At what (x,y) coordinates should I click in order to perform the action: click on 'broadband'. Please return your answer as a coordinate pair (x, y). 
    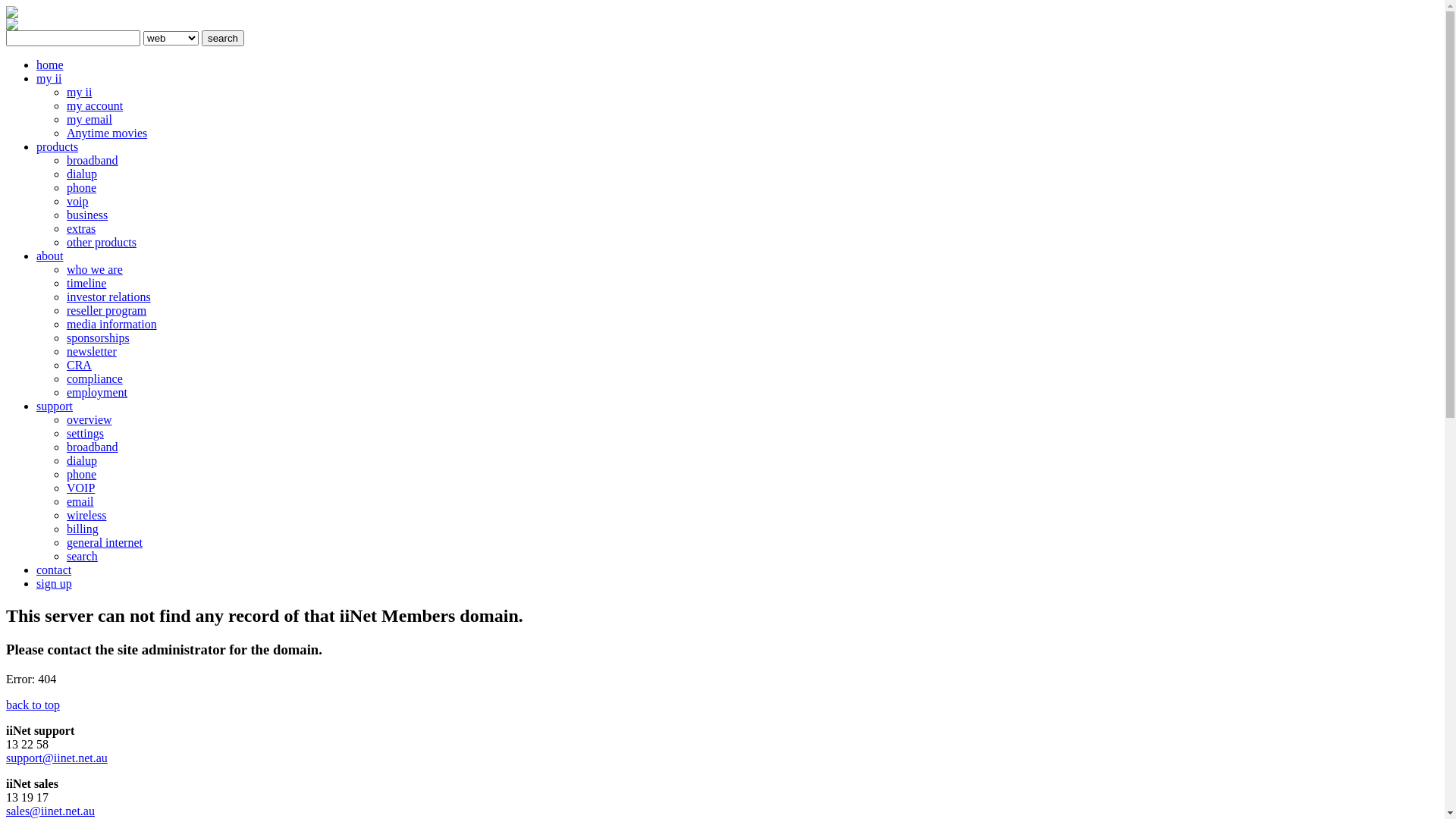
    Looking at the image, I should click on (91, 160).